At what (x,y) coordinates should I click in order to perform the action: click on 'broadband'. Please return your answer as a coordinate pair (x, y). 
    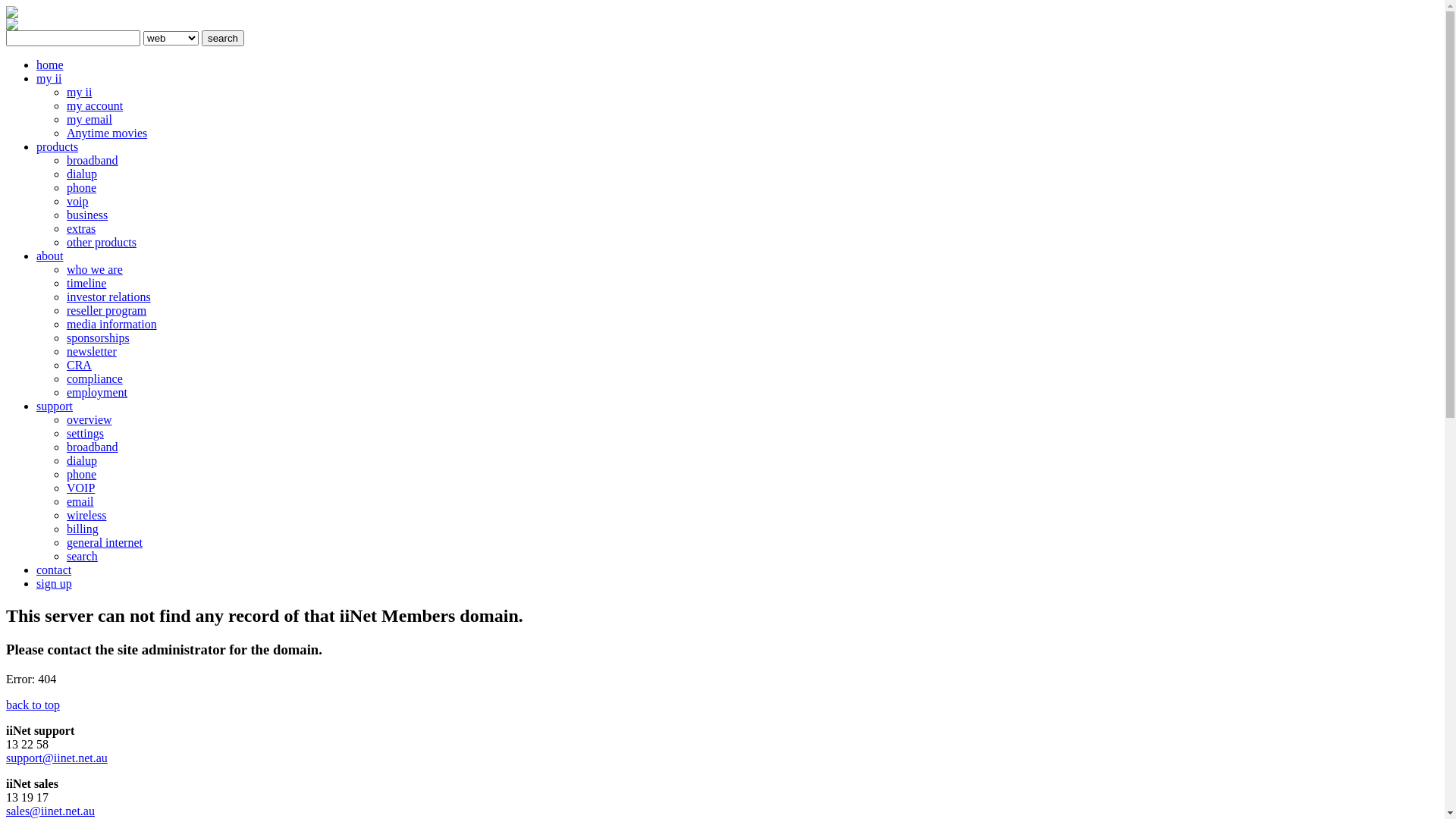
    Looking at the image, I should click on (91, 160).